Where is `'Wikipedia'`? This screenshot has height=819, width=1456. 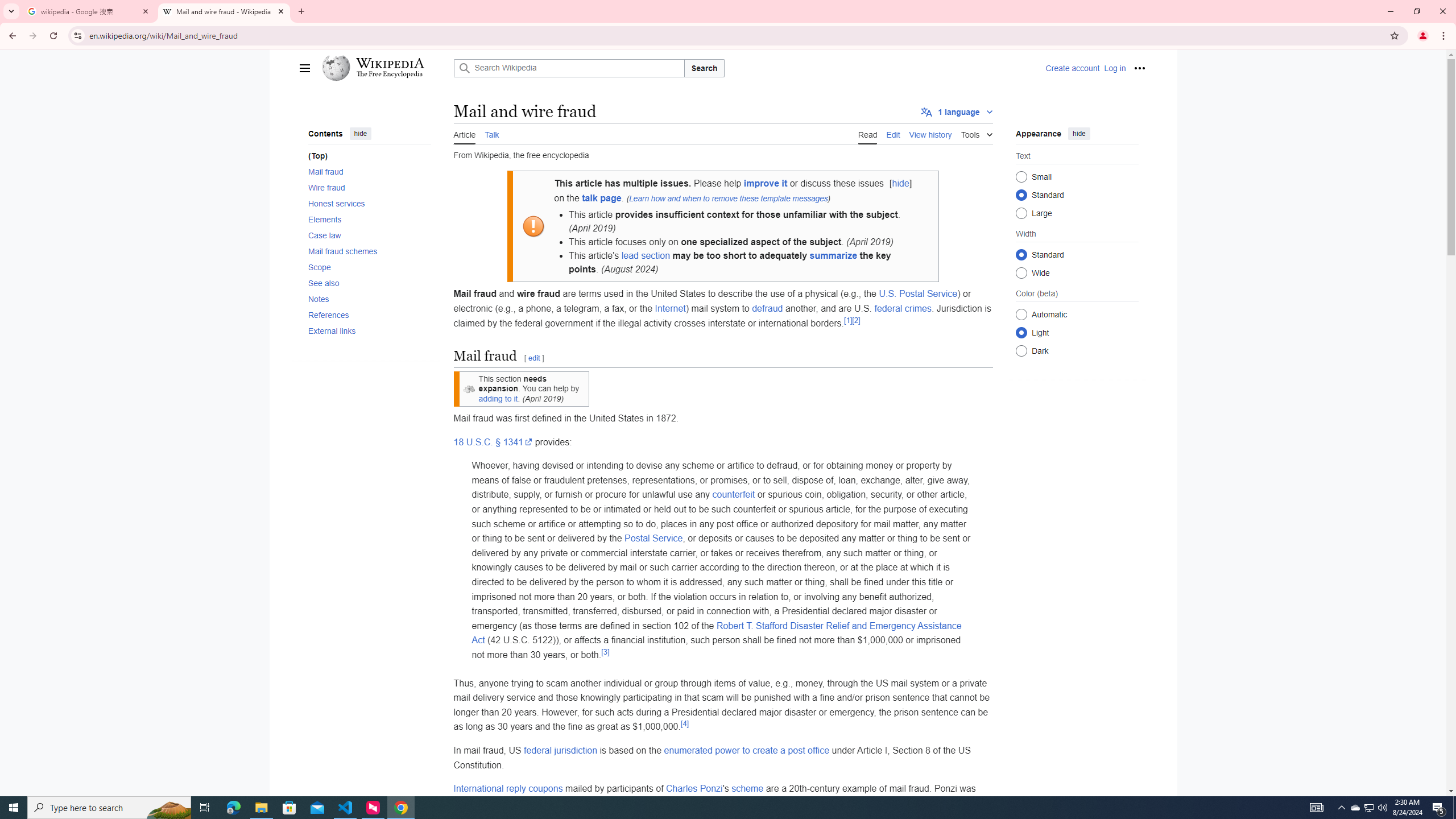 'Wikipedia' is located at coordinates (389, 63).